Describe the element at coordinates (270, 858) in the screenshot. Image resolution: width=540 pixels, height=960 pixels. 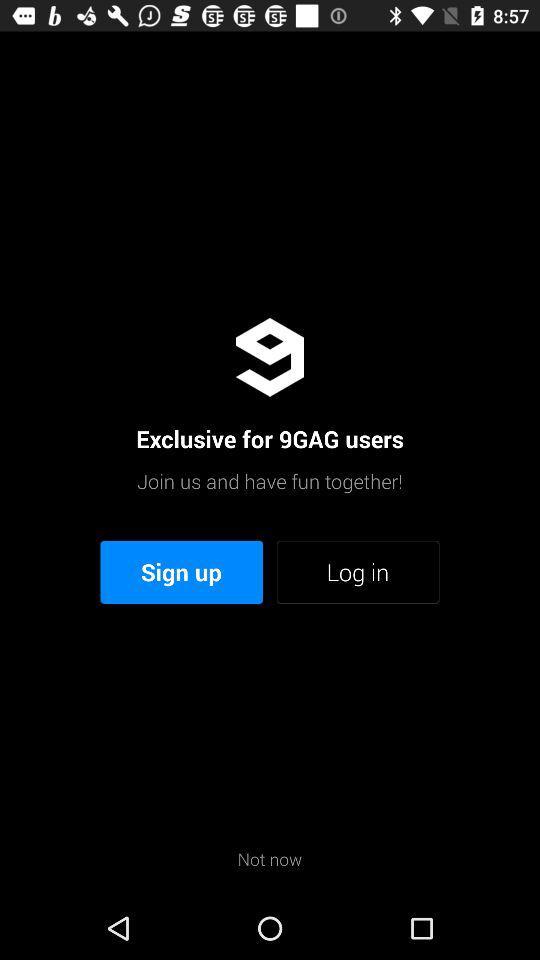
I see `not now` at that location.